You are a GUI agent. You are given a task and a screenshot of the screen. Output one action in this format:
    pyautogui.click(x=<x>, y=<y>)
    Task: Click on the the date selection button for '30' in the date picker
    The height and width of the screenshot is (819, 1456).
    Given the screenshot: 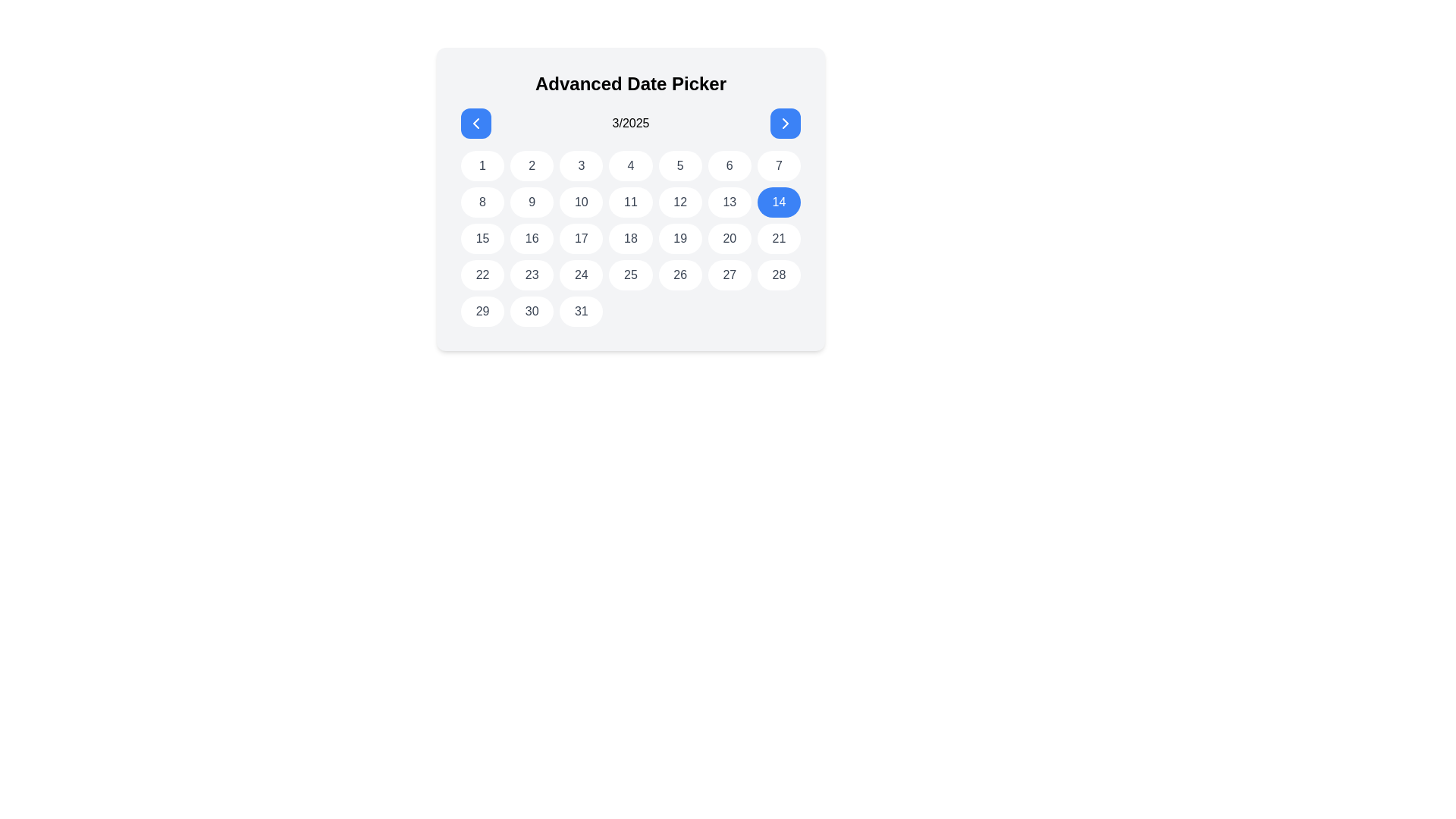 What is the action you would take?
    pyautogui.click(x=532, y=311)
    